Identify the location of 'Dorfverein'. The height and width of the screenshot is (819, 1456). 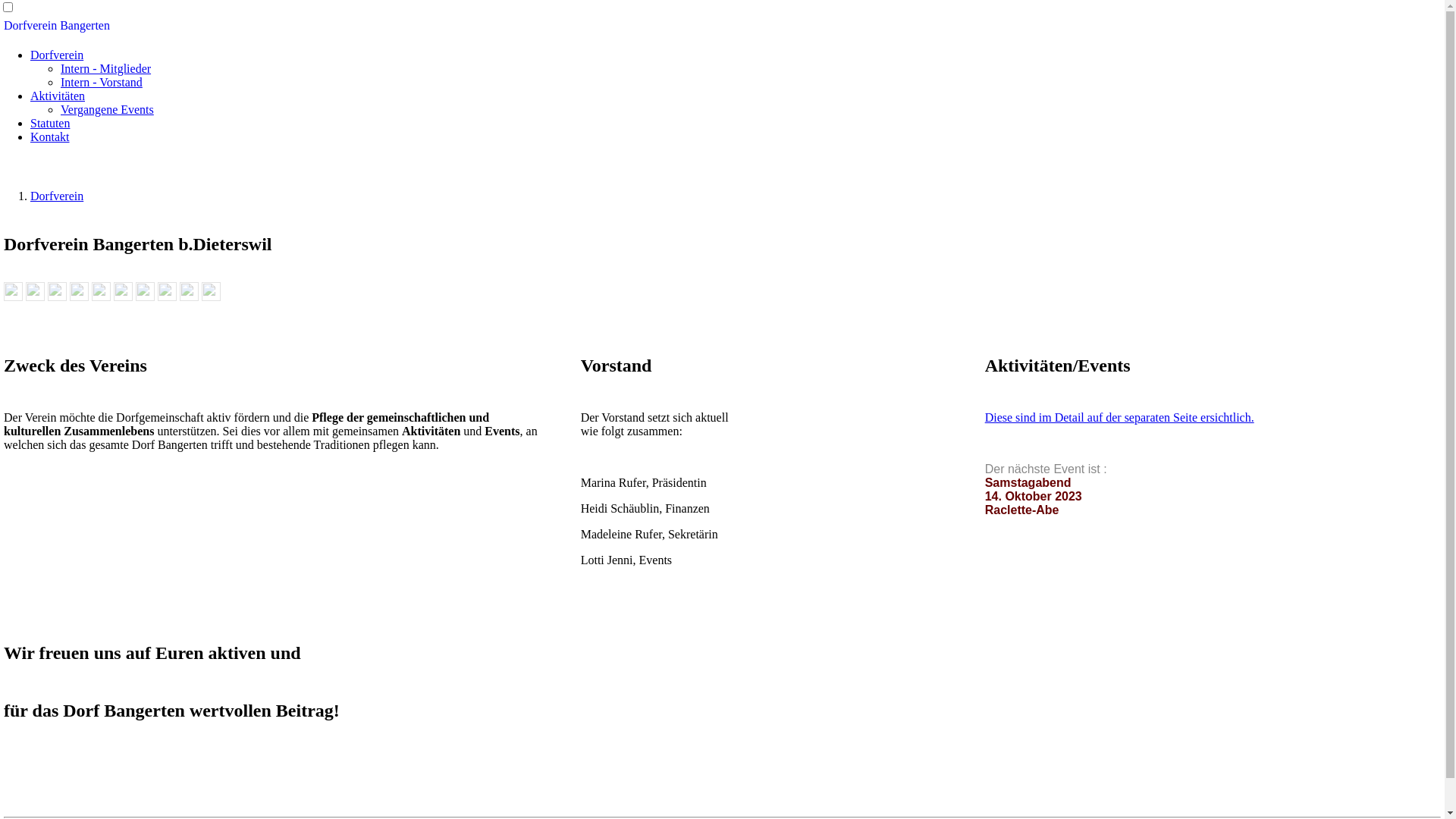
(57, 54).